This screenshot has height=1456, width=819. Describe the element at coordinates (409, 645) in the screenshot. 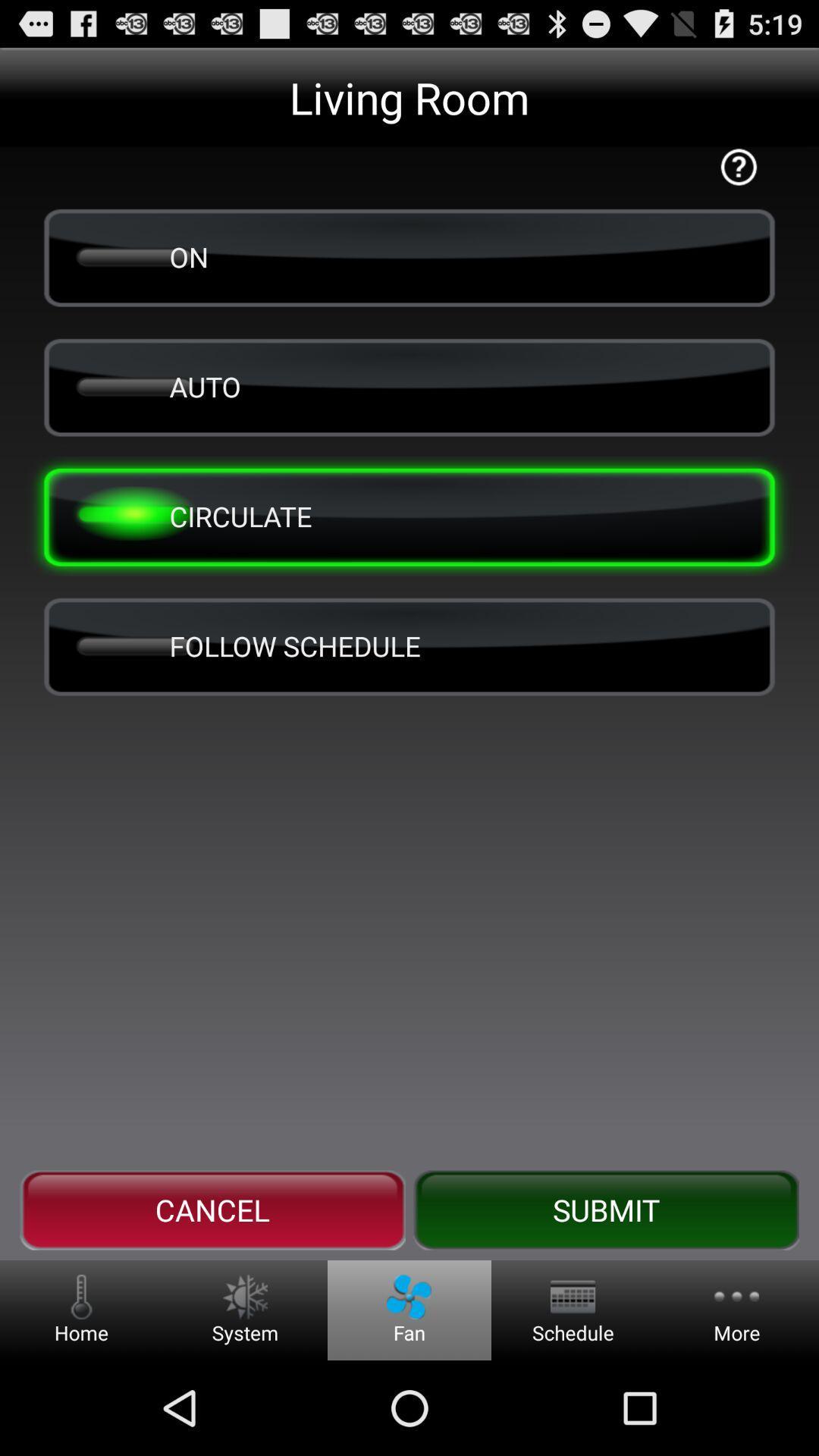

I see `button above the cancel` at that location.